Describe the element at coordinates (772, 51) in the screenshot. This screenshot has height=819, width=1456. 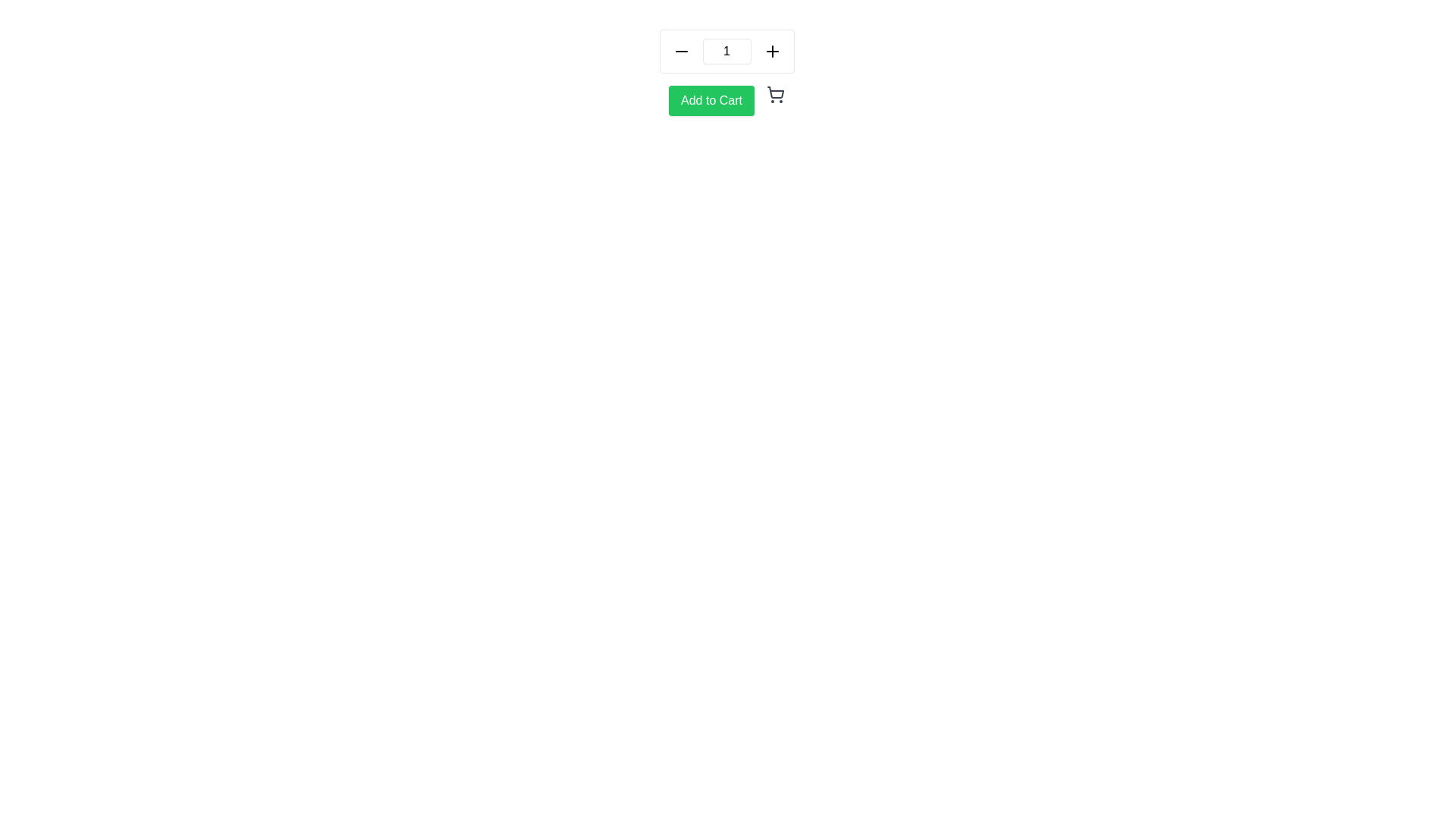
I see `the increment button located to the right of the text input displaying the number '1' to increase the value in the adjacent input field` at that location.